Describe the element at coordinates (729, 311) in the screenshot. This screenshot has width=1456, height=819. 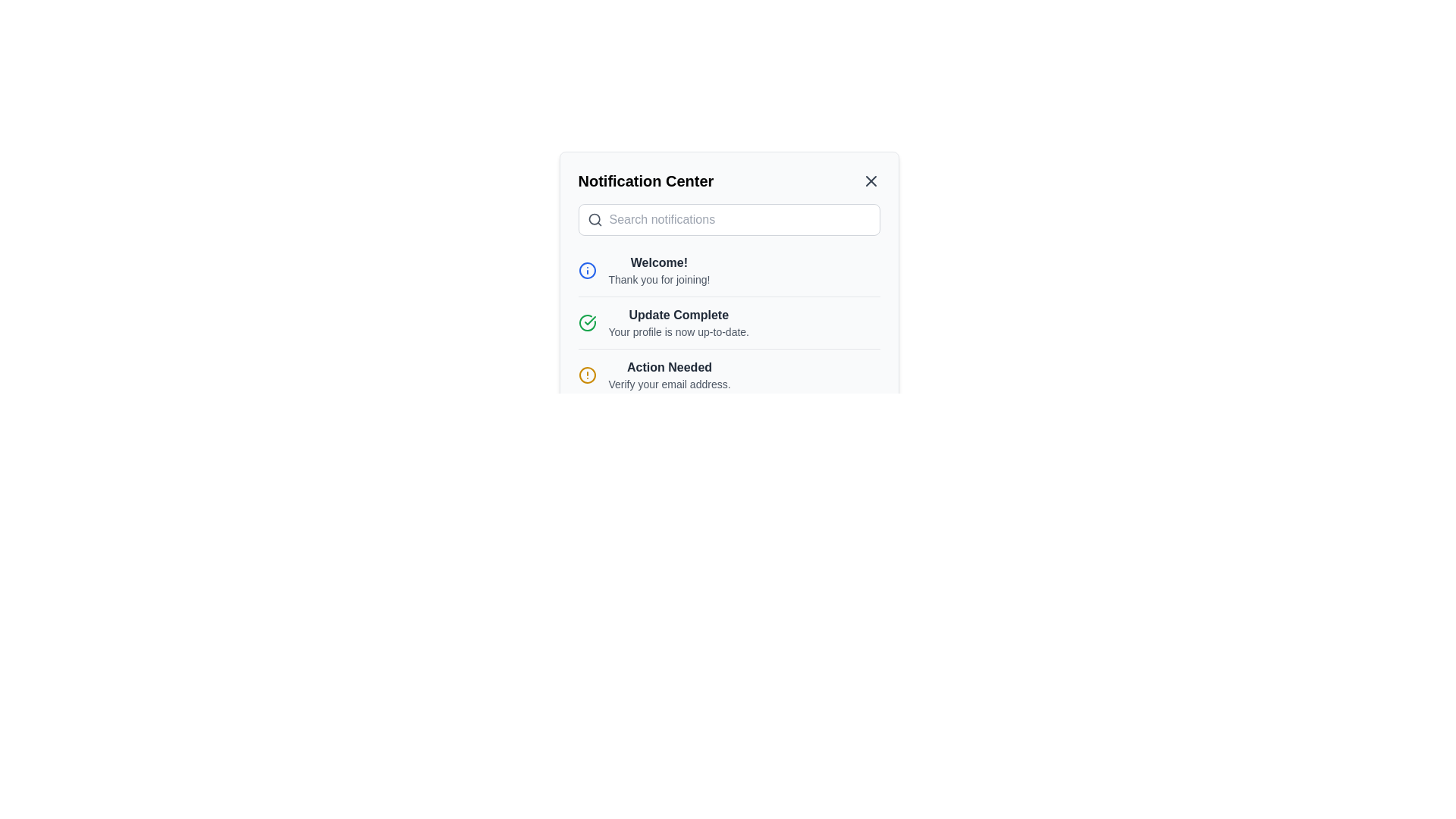
I see `the Notification item in the Notification Center, which indicates a successful profile update and is positioned between 'Welcome!' and 'Action Needed'` at that location.